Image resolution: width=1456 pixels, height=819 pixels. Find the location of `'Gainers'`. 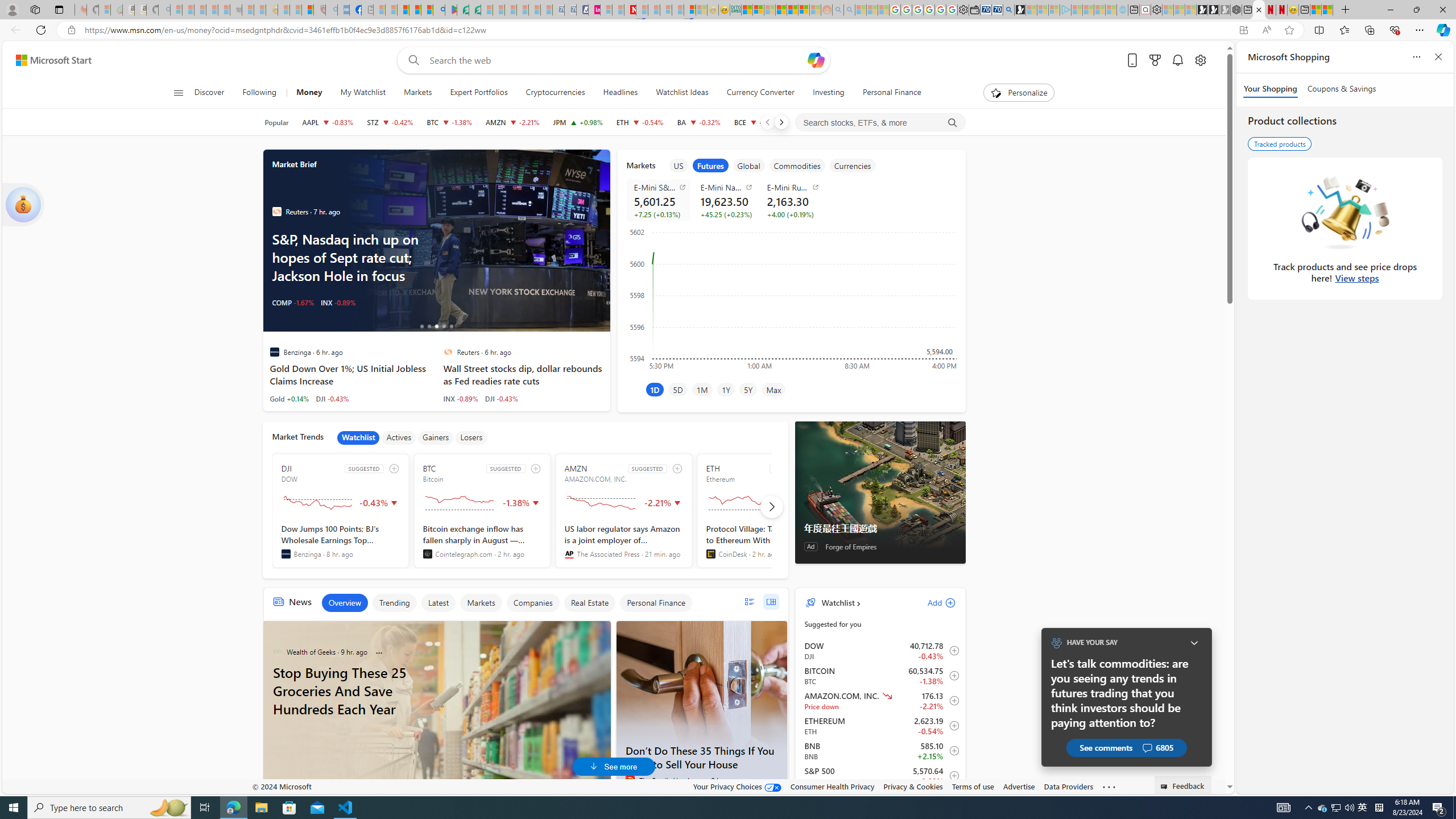

'Gainers' is located at coordinates (436, 437).